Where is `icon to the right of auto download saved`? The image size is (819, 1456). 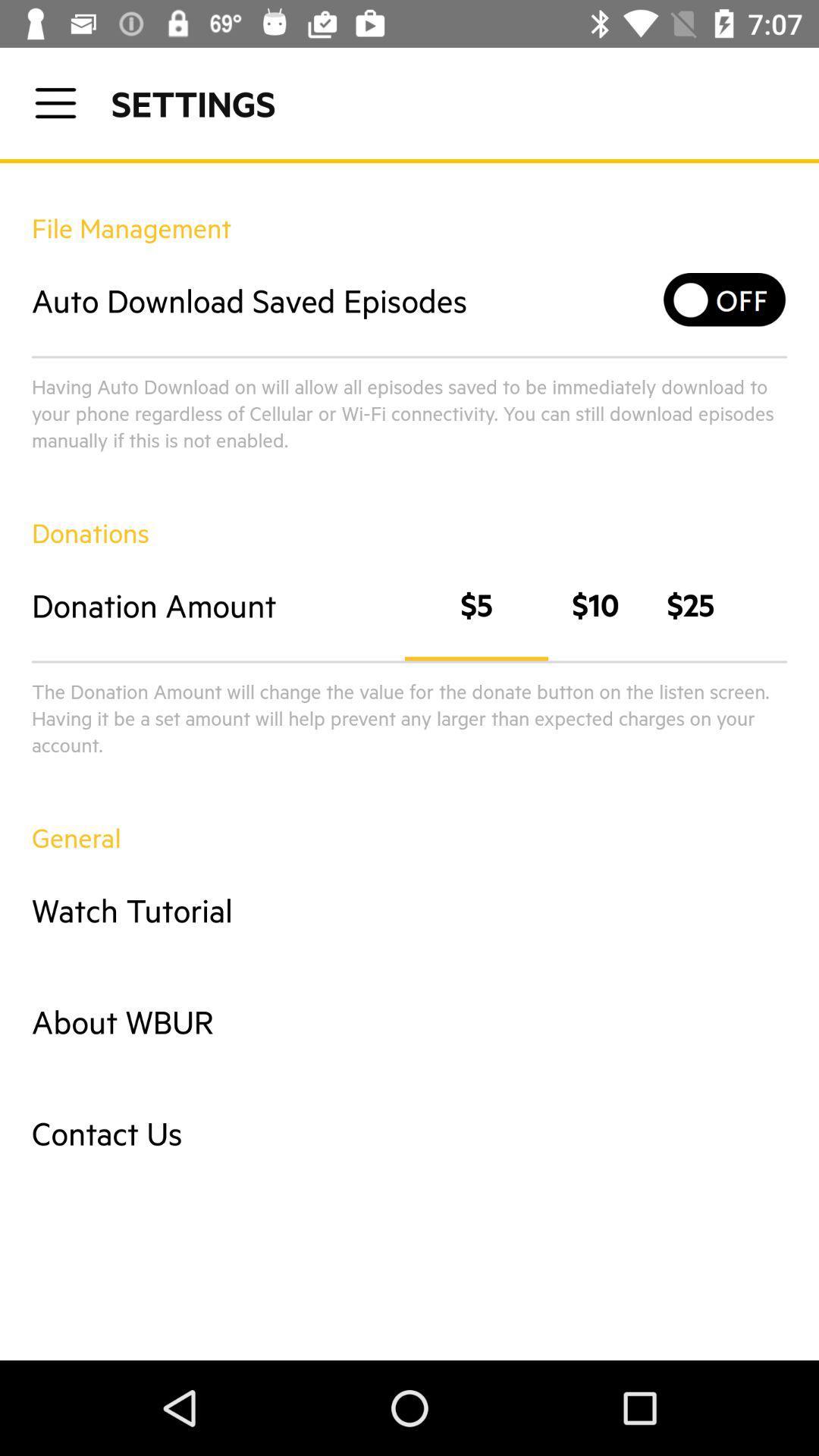
icon to the right of auto download saved is located at coordinates (724, 300).